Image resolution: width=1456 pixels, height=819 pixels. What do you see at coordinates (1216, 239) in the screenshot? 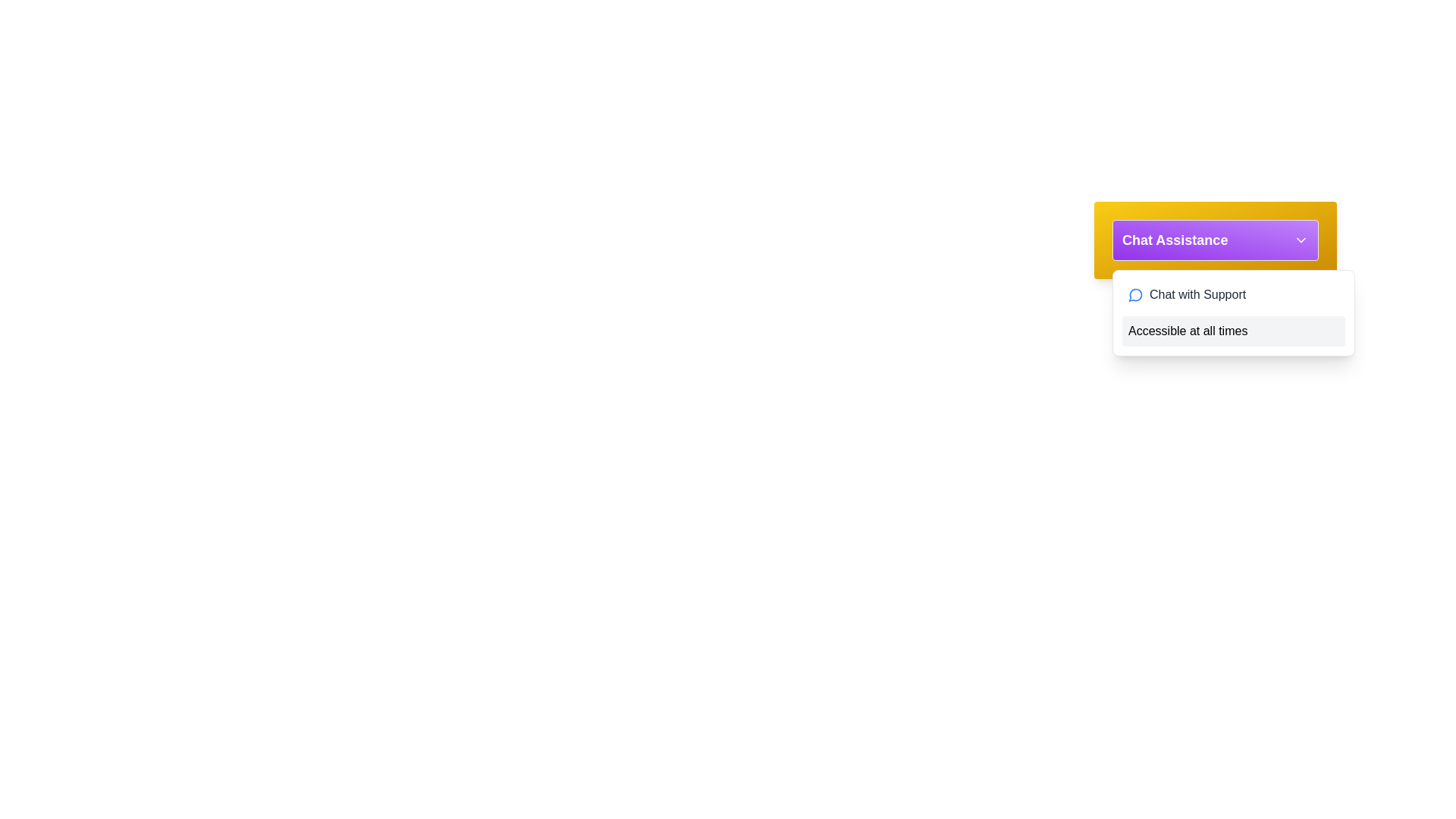
I see `the 'Chat Assistance' dropdown activator button, which is a rectangular button with a gradient background transitioning from purple to pink and contains white bold text on it` at bounding box center [1216, 239].